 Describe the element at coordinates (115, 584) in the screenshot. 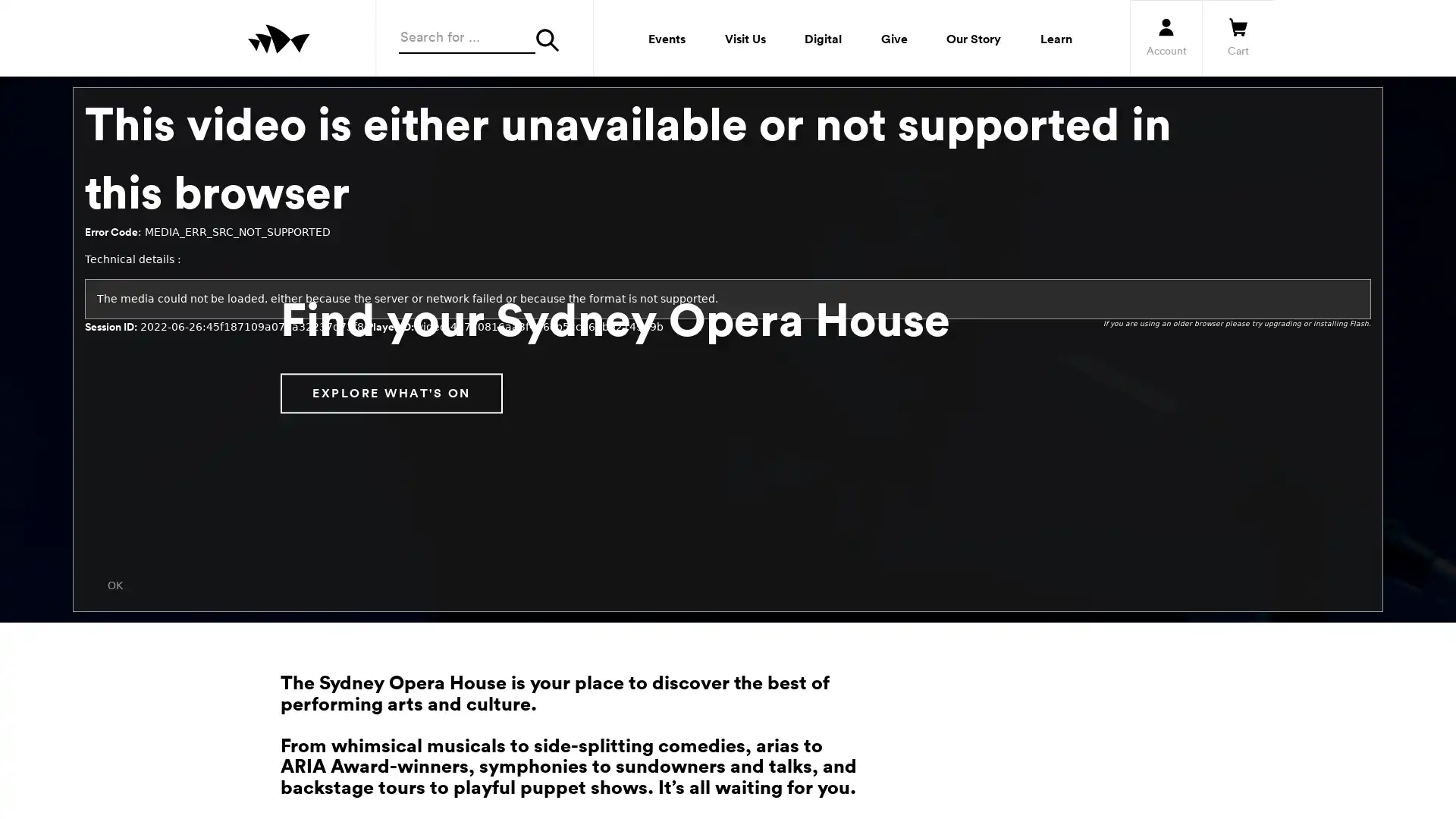

I see `OK` at that location.